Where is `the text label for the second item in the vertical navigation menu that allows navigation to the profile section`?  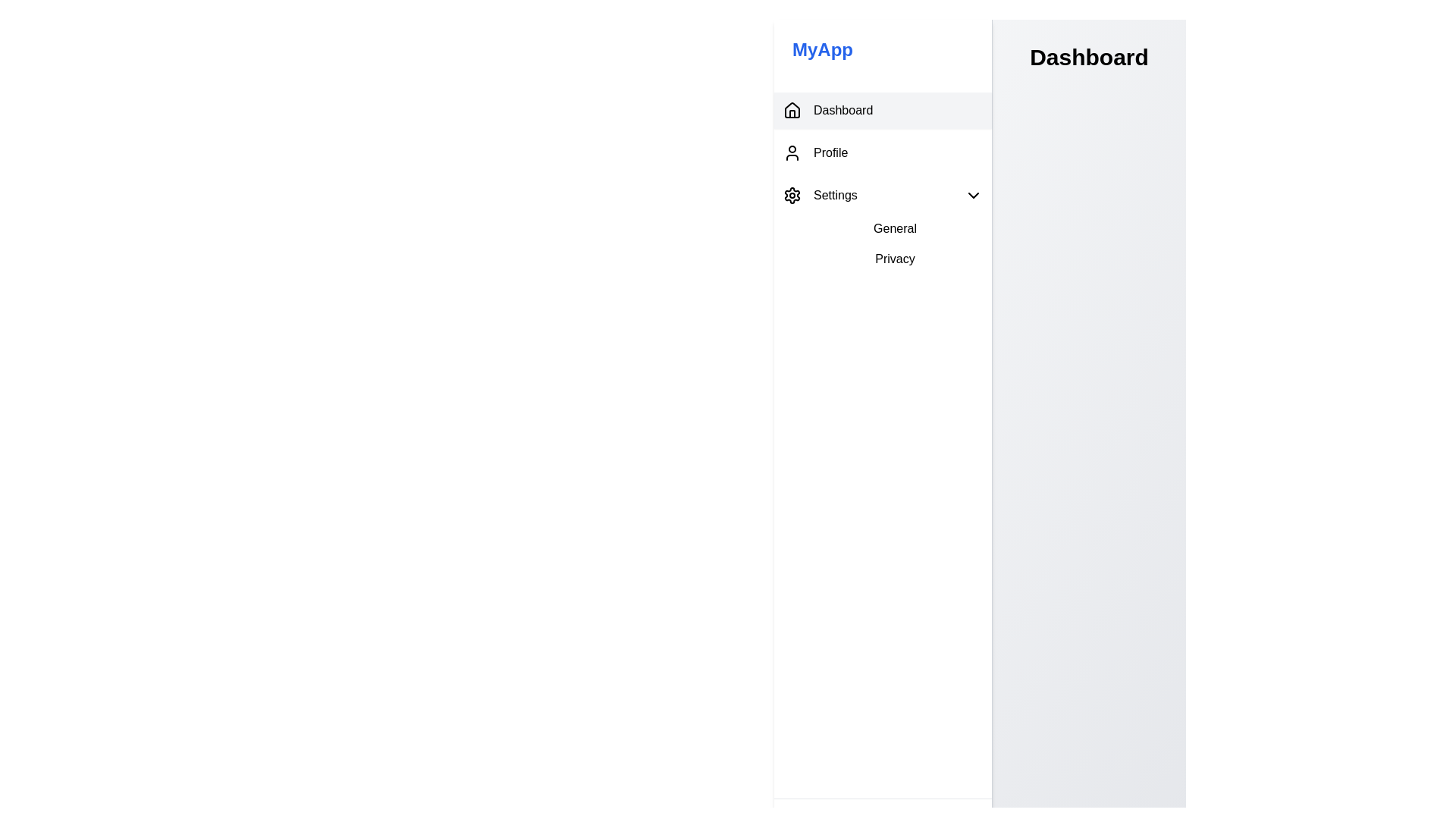
the text label for the second item in the vertical navigation menu that allows navigation to the profile section is located at coordinates (830, 152).